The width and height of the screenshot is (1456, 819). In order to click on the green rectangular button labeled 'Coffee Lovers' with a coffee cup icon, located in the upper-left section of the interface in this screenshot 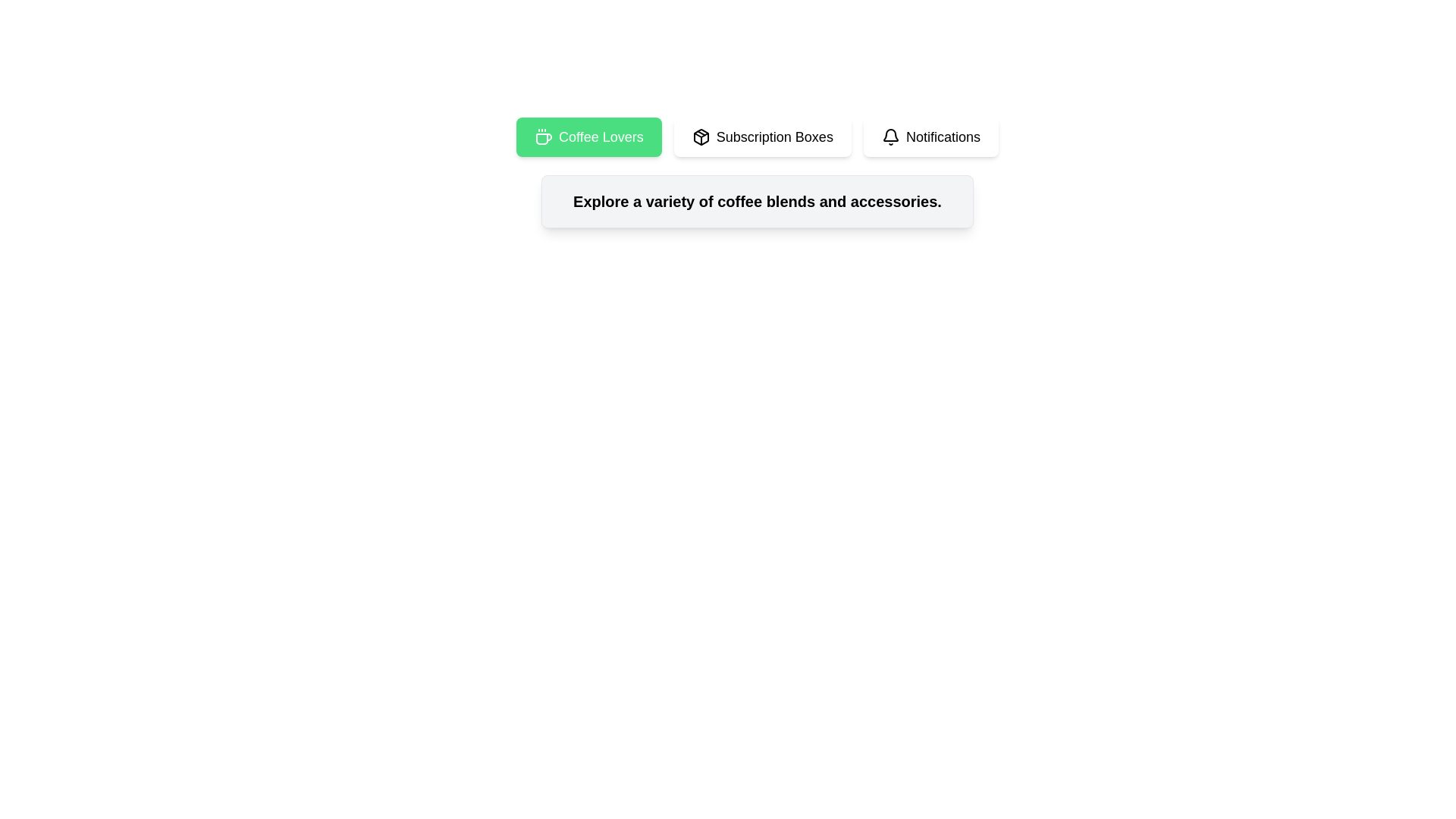, I will do `click(588, 137)`.